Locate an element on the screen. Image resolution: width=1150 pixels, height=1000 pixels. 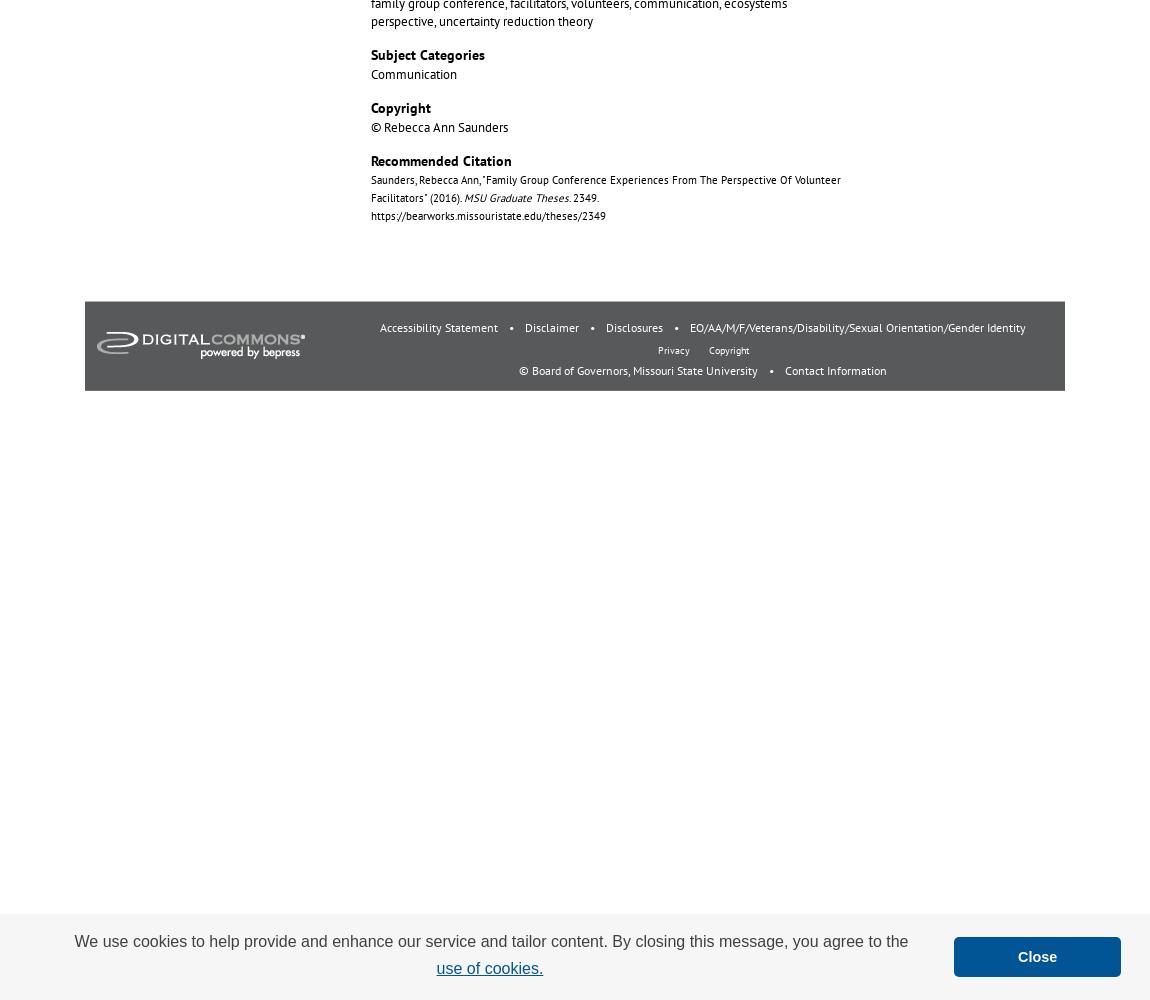
'Disclosures' is located at coordinates (634, 326).